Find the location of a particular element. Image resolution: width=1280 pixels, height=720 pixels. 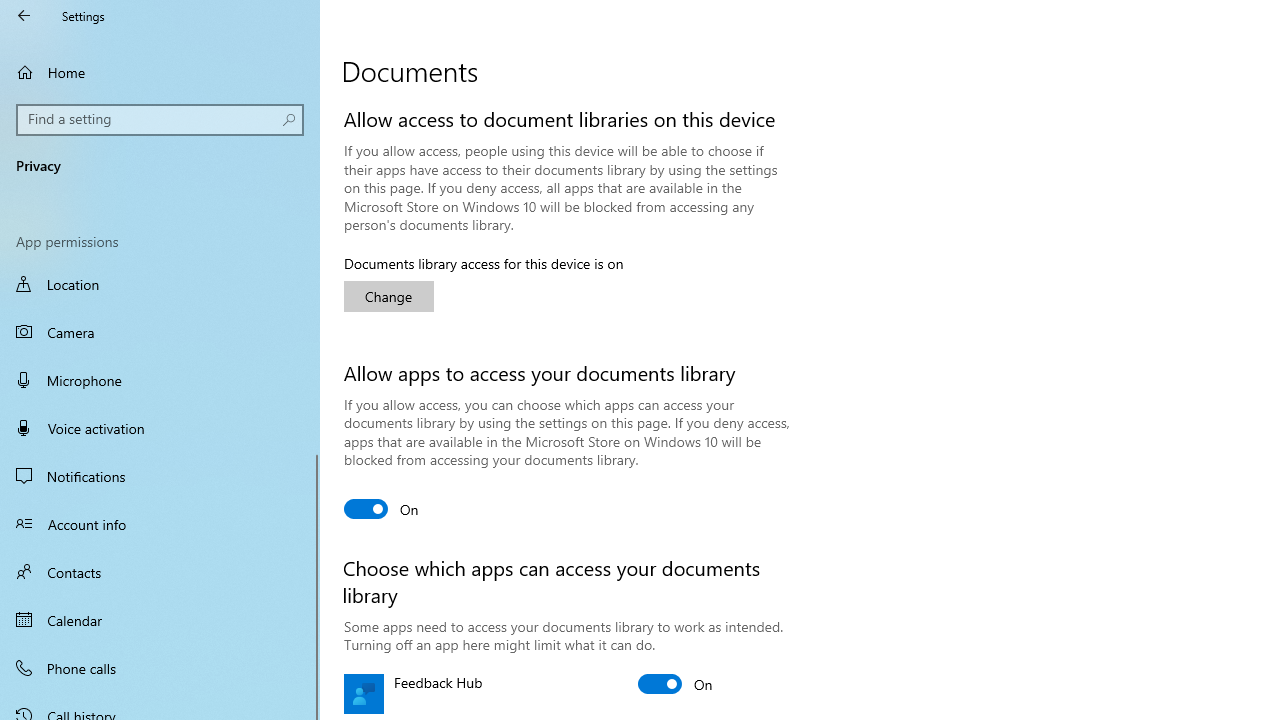

'Home' is located at coordinates (160, 71).